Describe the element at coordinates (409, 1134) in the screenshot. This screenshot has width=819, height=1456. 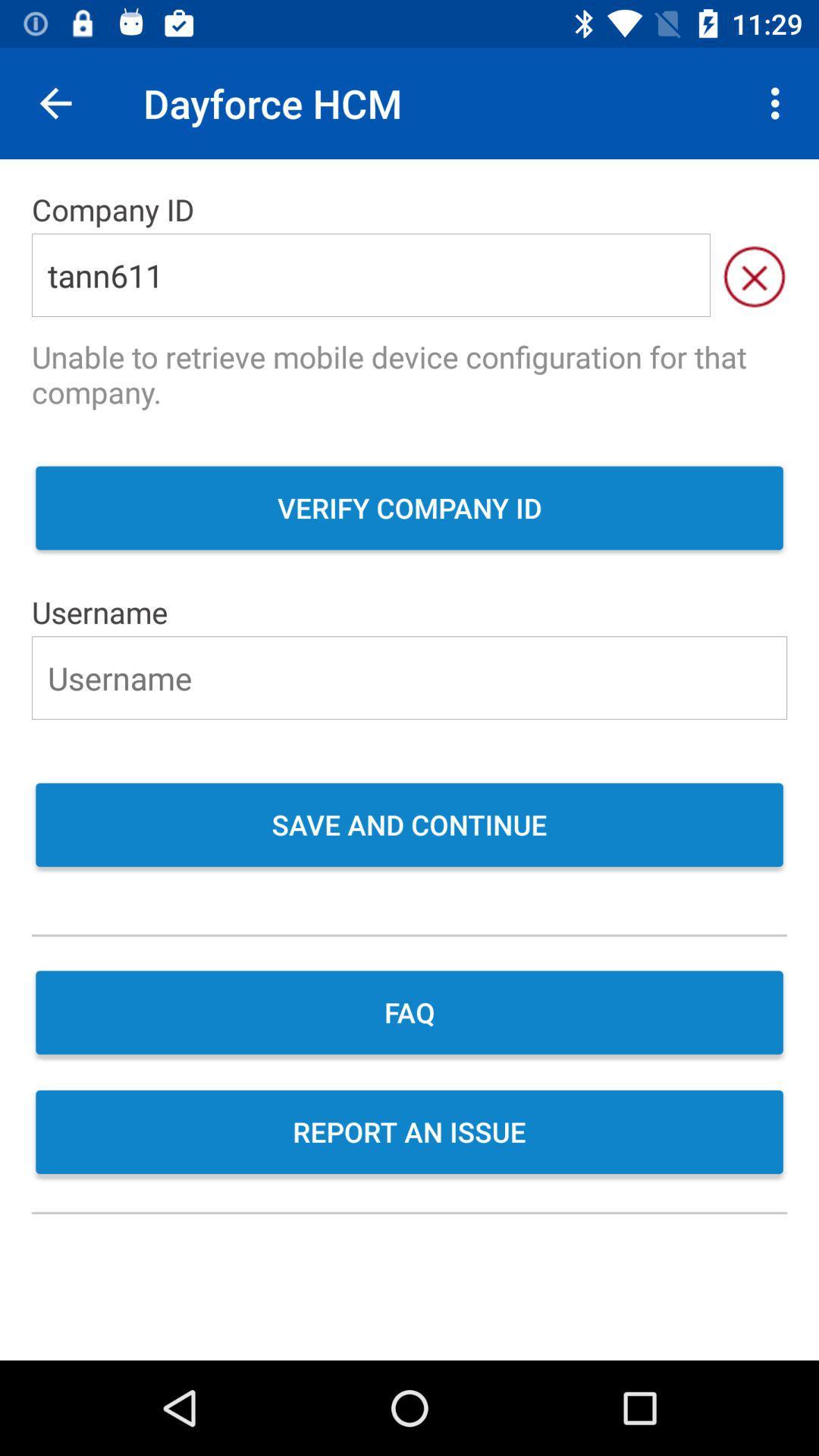
I see `report an issue` at that location.